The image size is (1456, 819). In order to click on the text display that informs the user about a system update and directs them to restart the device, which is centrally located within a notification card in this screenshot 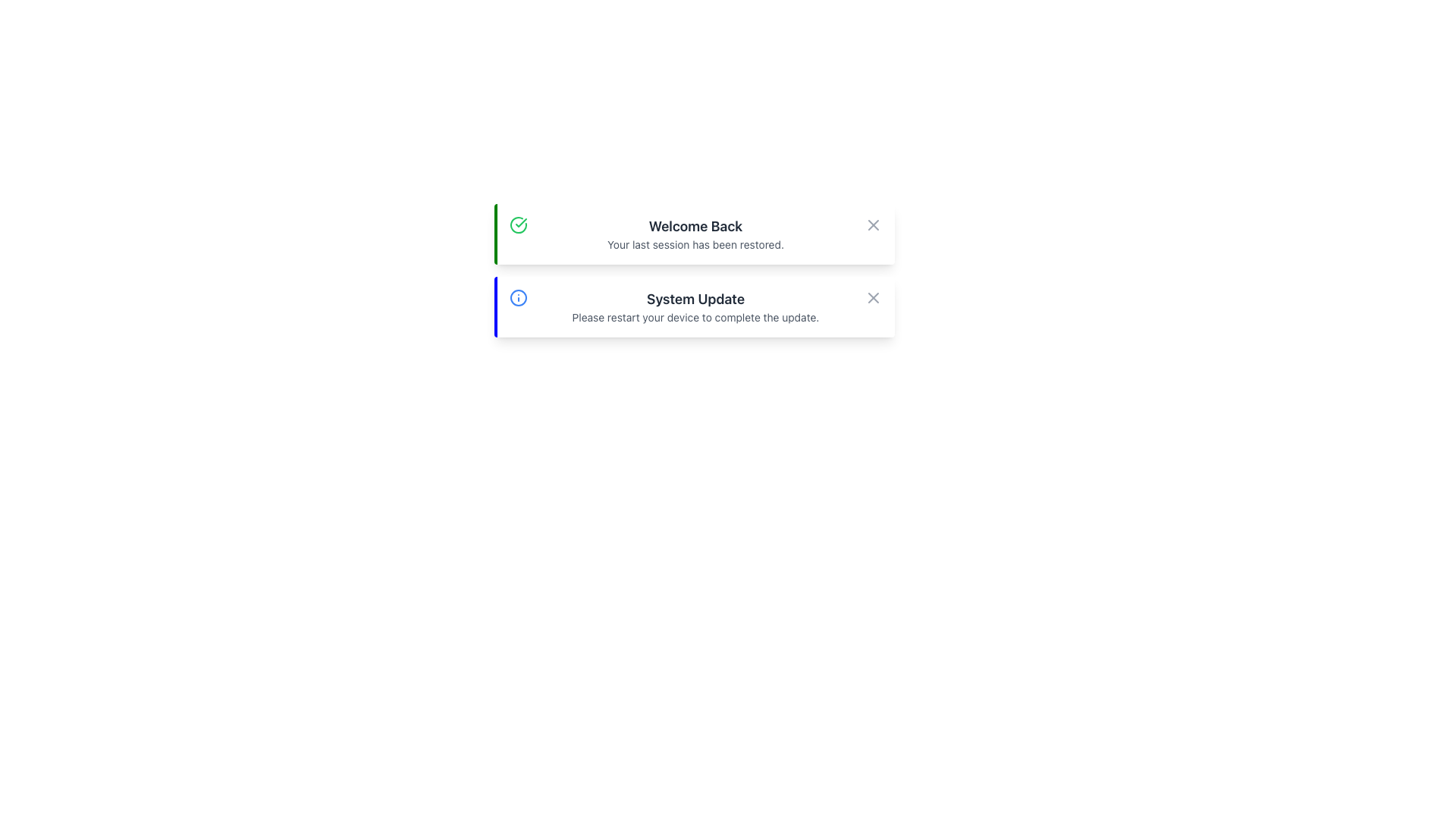, I will do `click(695, 307)`.